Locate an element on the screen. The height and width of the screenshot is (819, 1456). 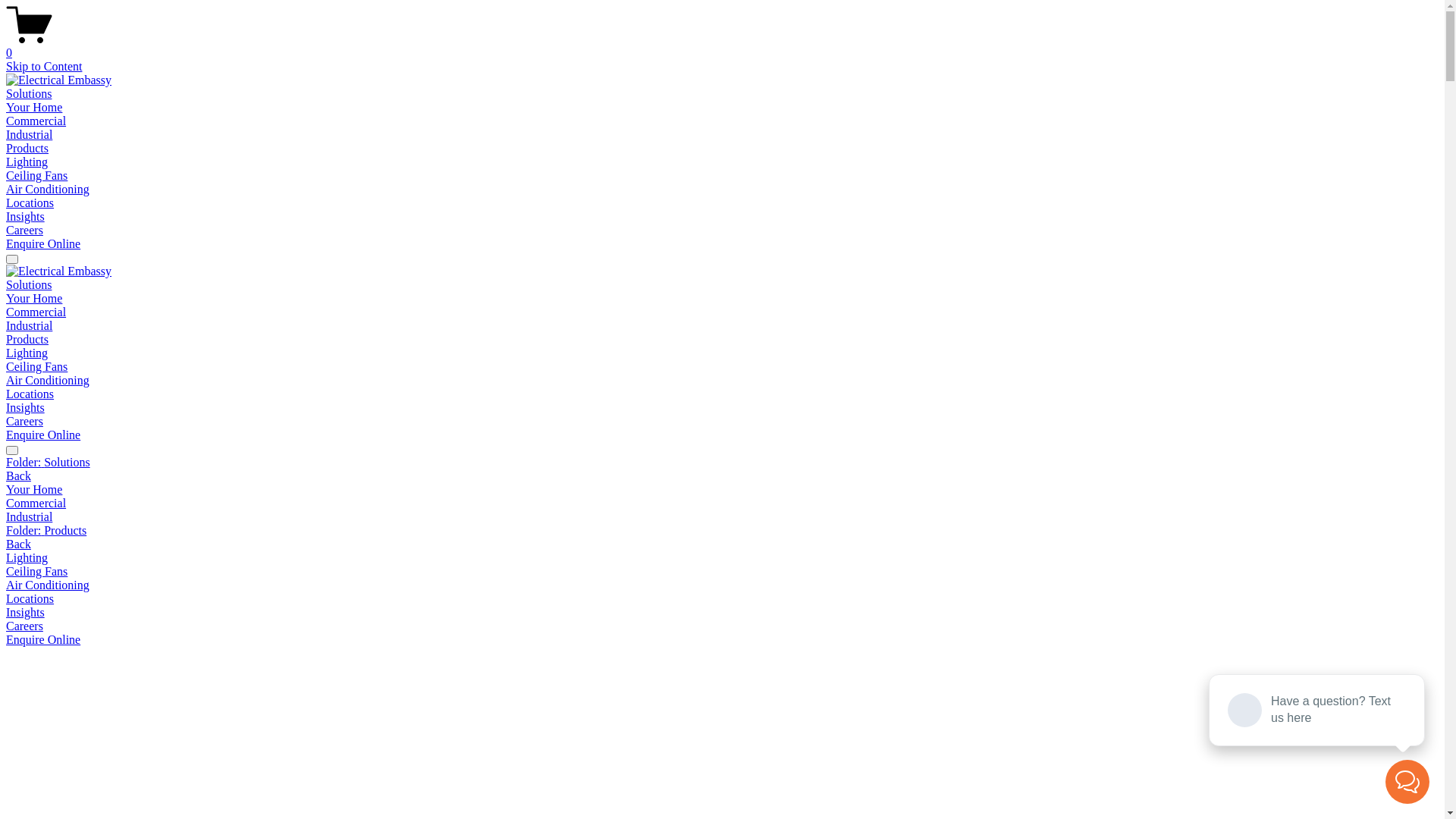
'Ceiling Fans' is located at coordinates (6, 571).